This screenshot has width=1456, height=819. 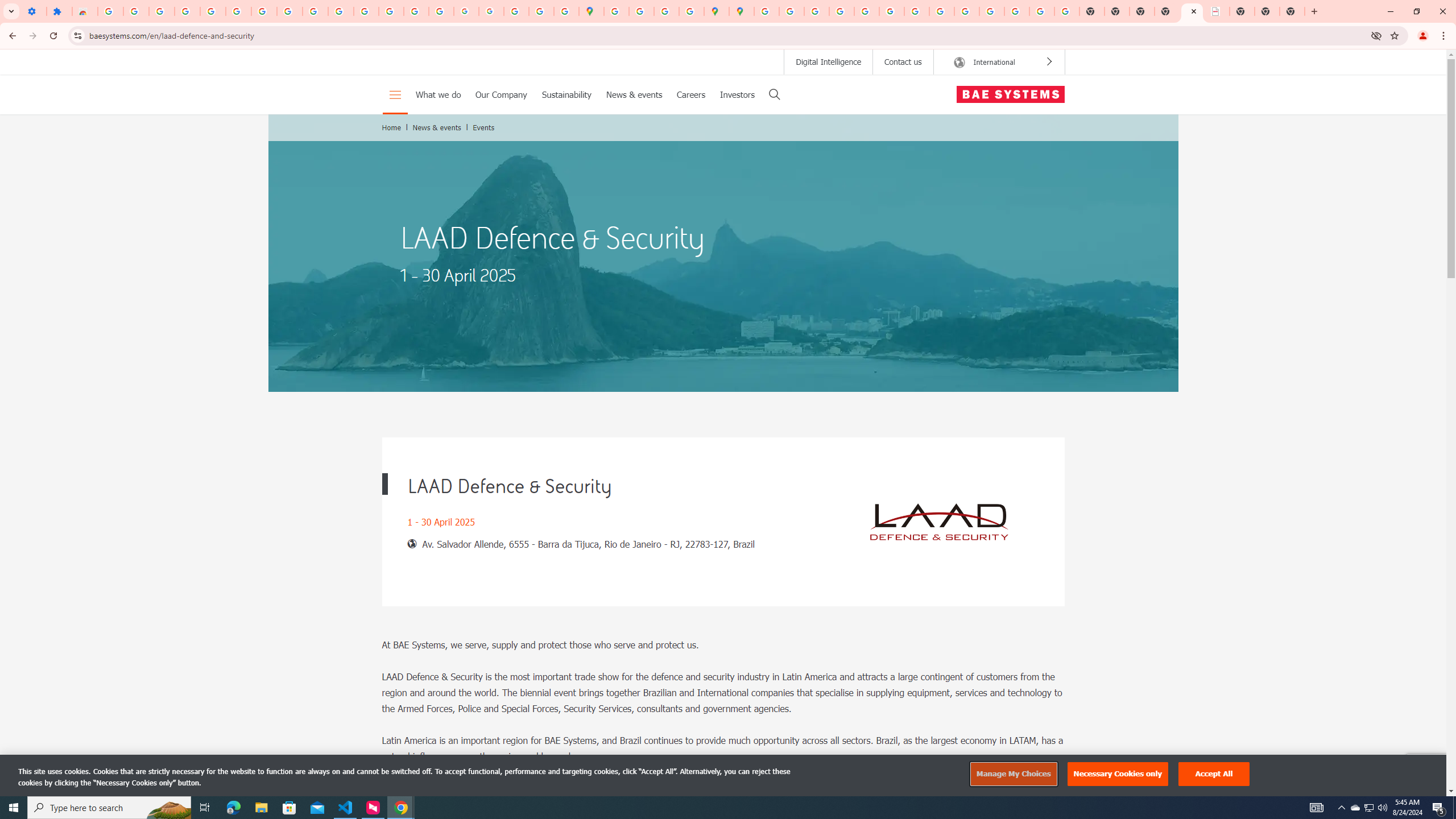 I want to click on 'BAE Systems Brasil | BAE Systems', so click(x=1217, y=11).